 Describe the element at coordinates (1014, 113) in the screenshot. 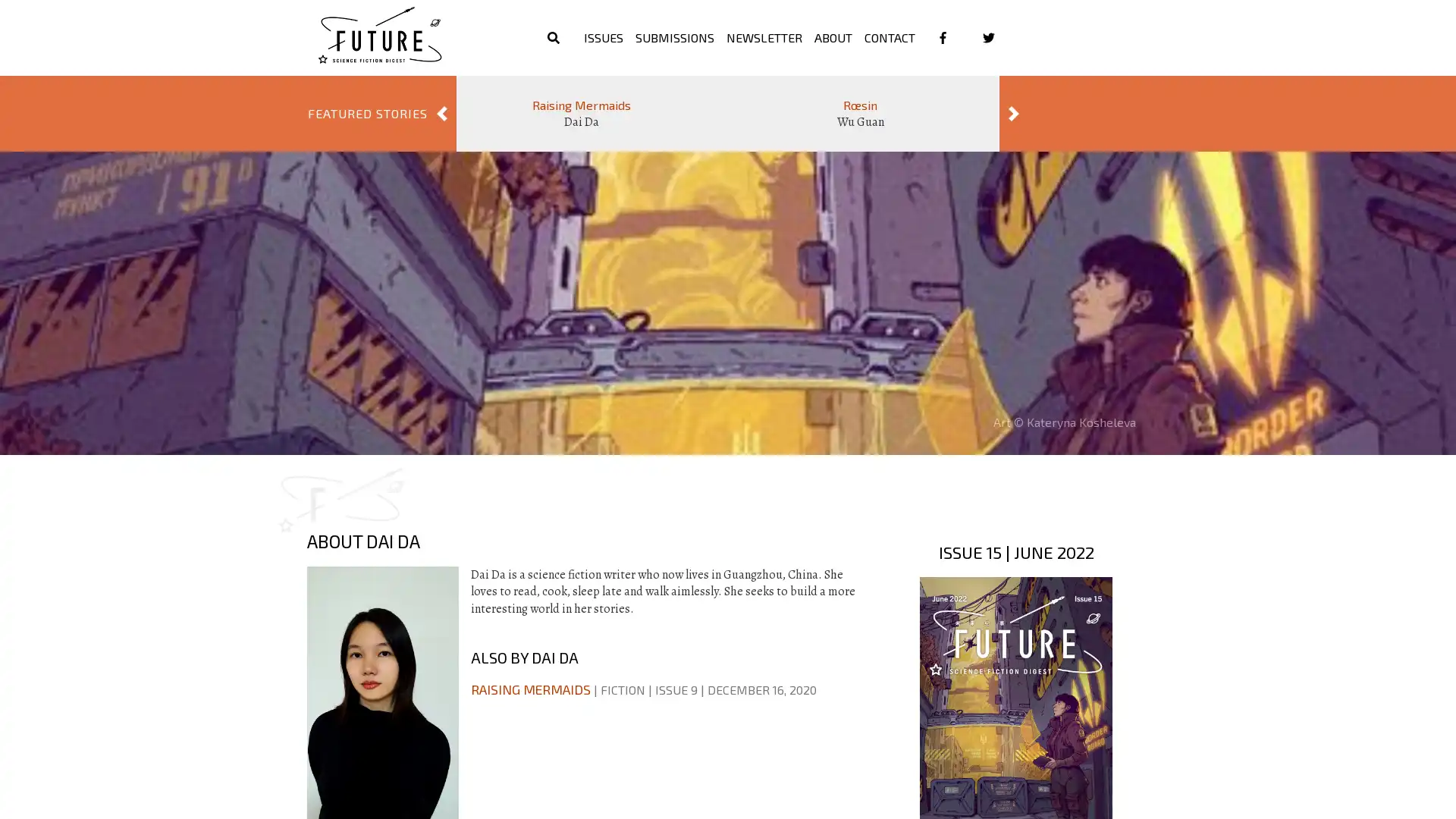

I see `Next` at that location.